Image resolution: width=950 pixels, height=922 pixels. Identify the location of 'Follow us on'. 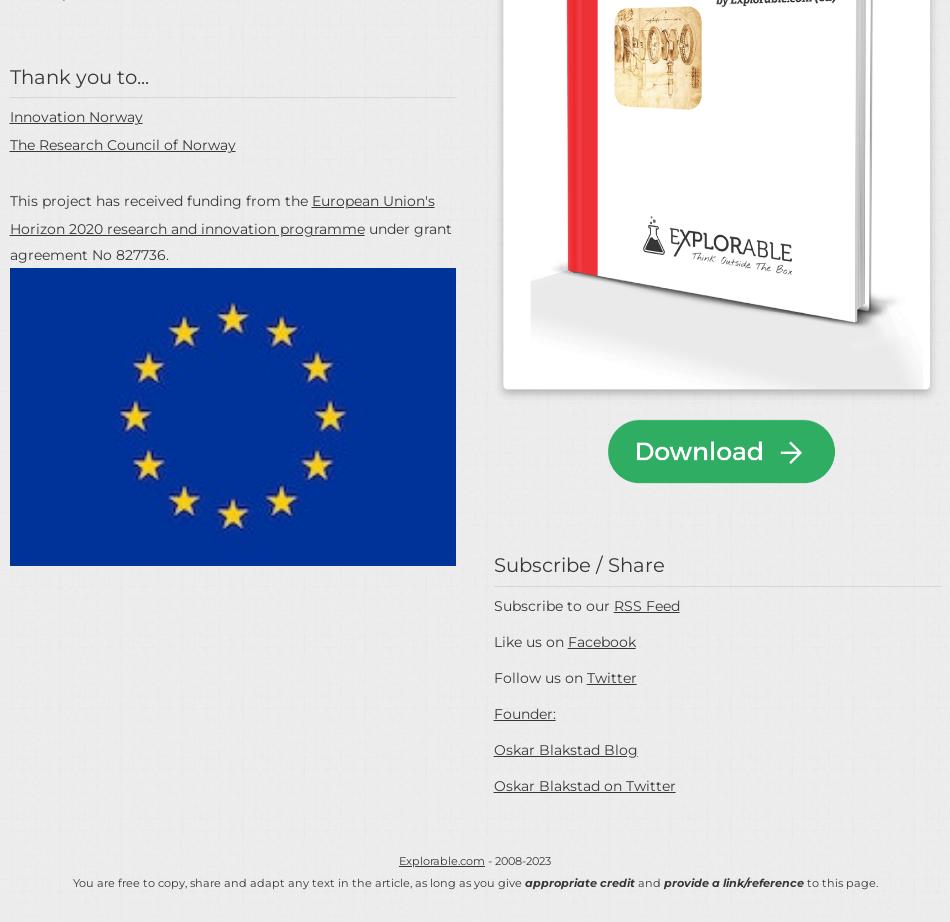
(492, 677).